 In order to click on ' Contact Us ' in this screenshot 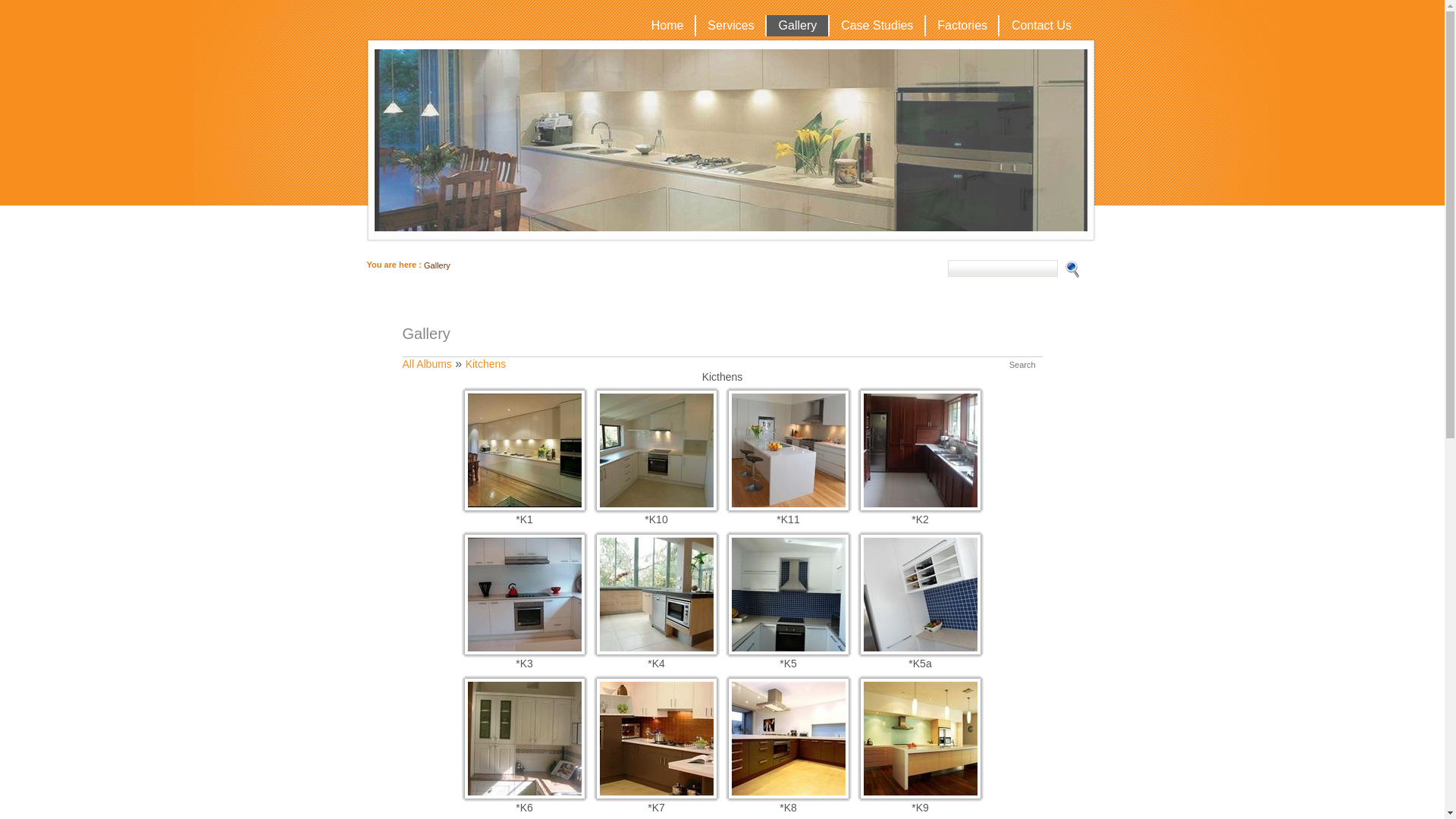, I will do `click(1040, 26)`.